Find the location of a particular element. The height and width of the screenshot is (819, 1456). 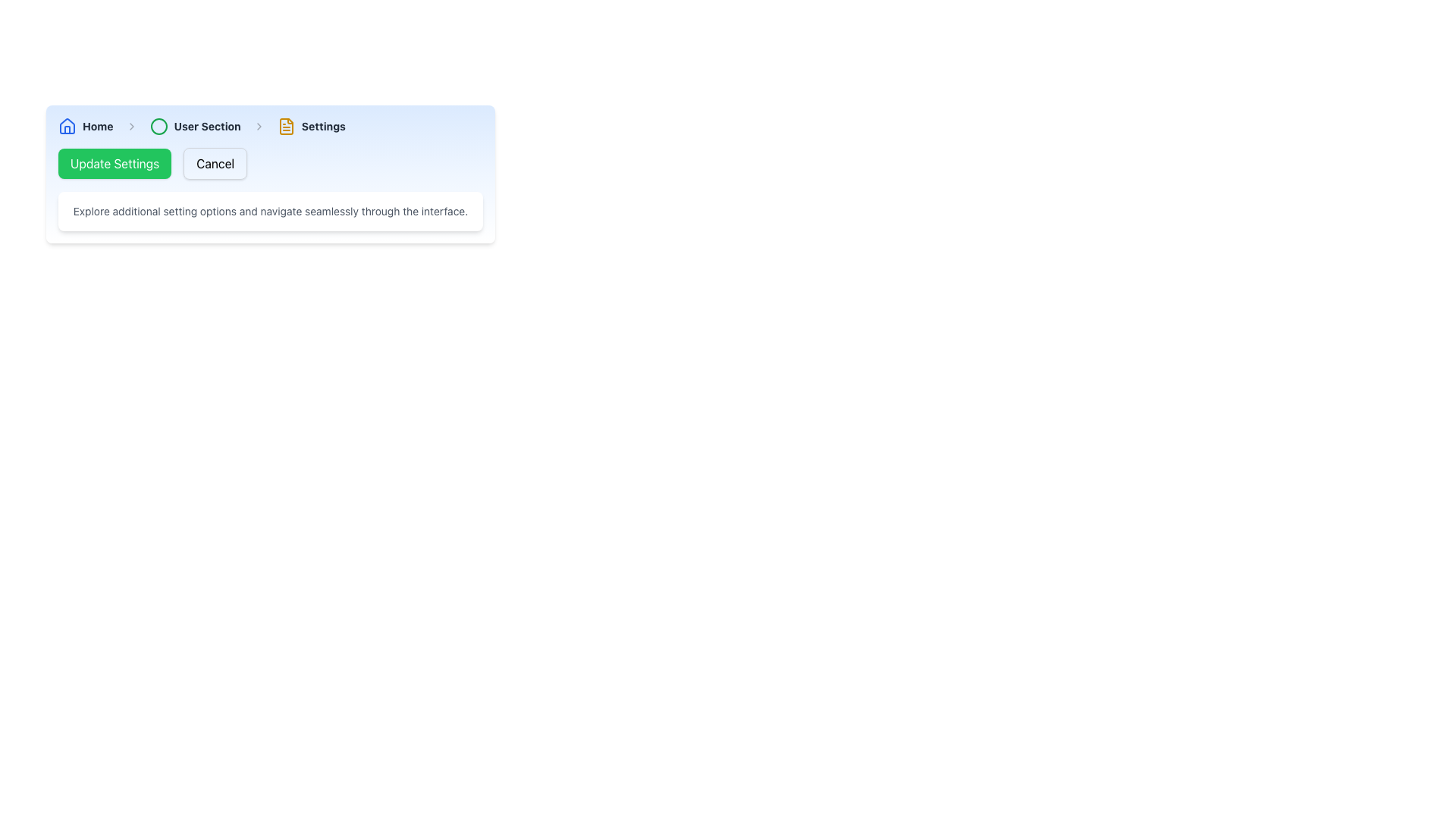

the text element displaying 'Explore additional setting options and navigate seamlessly through the interface.', which is styled in light gray and positioned below the 'Update Settings' and 'Cancel' buttons is located at coordinates (270, 211).